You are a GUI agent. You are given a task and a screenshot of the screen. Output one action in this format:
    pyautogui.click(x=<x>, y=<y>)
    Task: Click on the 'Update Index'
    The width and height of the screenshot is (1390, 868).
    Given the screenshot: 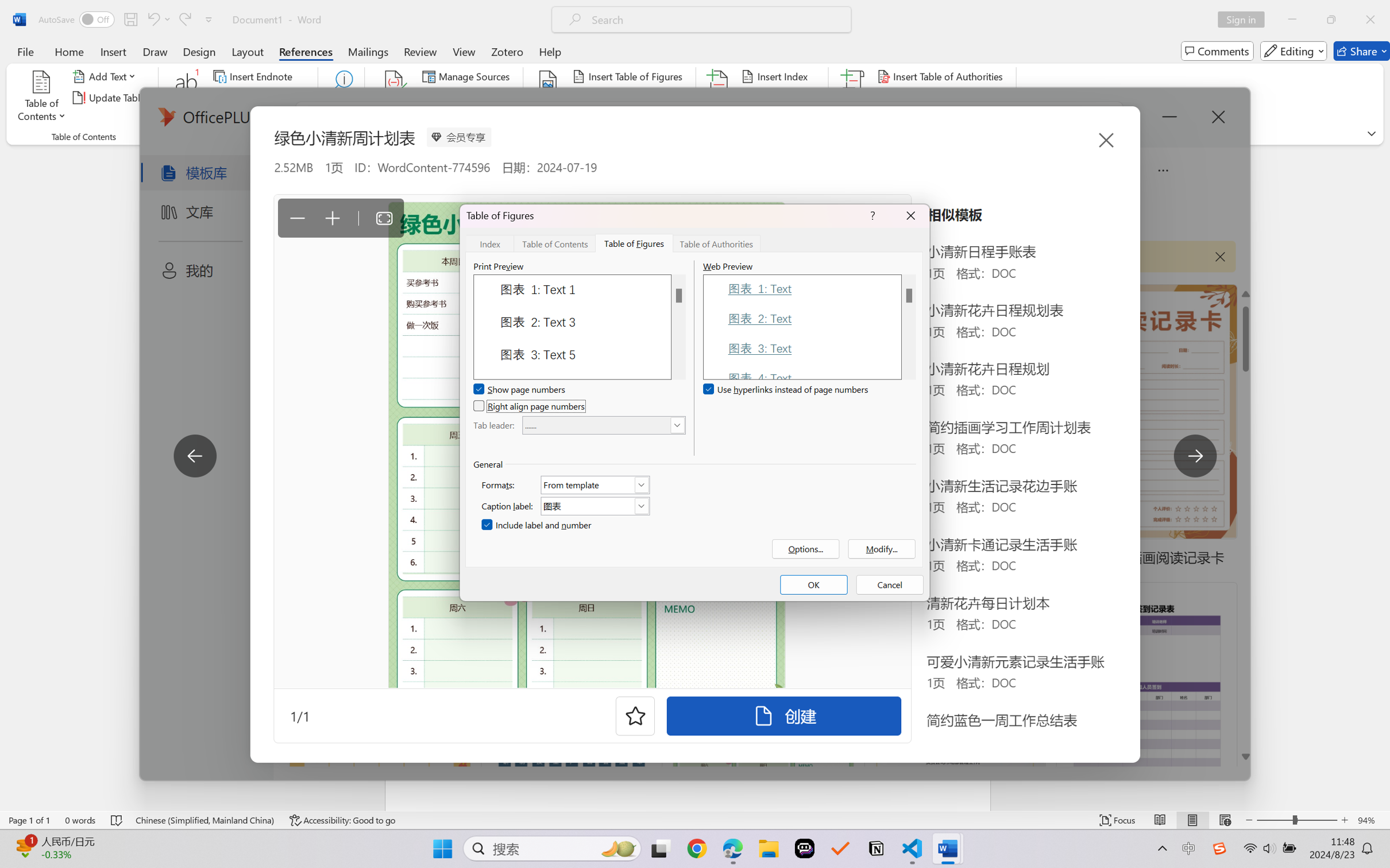 What is the action you would take?
    pyautogui.click(x=779, y=98)
    